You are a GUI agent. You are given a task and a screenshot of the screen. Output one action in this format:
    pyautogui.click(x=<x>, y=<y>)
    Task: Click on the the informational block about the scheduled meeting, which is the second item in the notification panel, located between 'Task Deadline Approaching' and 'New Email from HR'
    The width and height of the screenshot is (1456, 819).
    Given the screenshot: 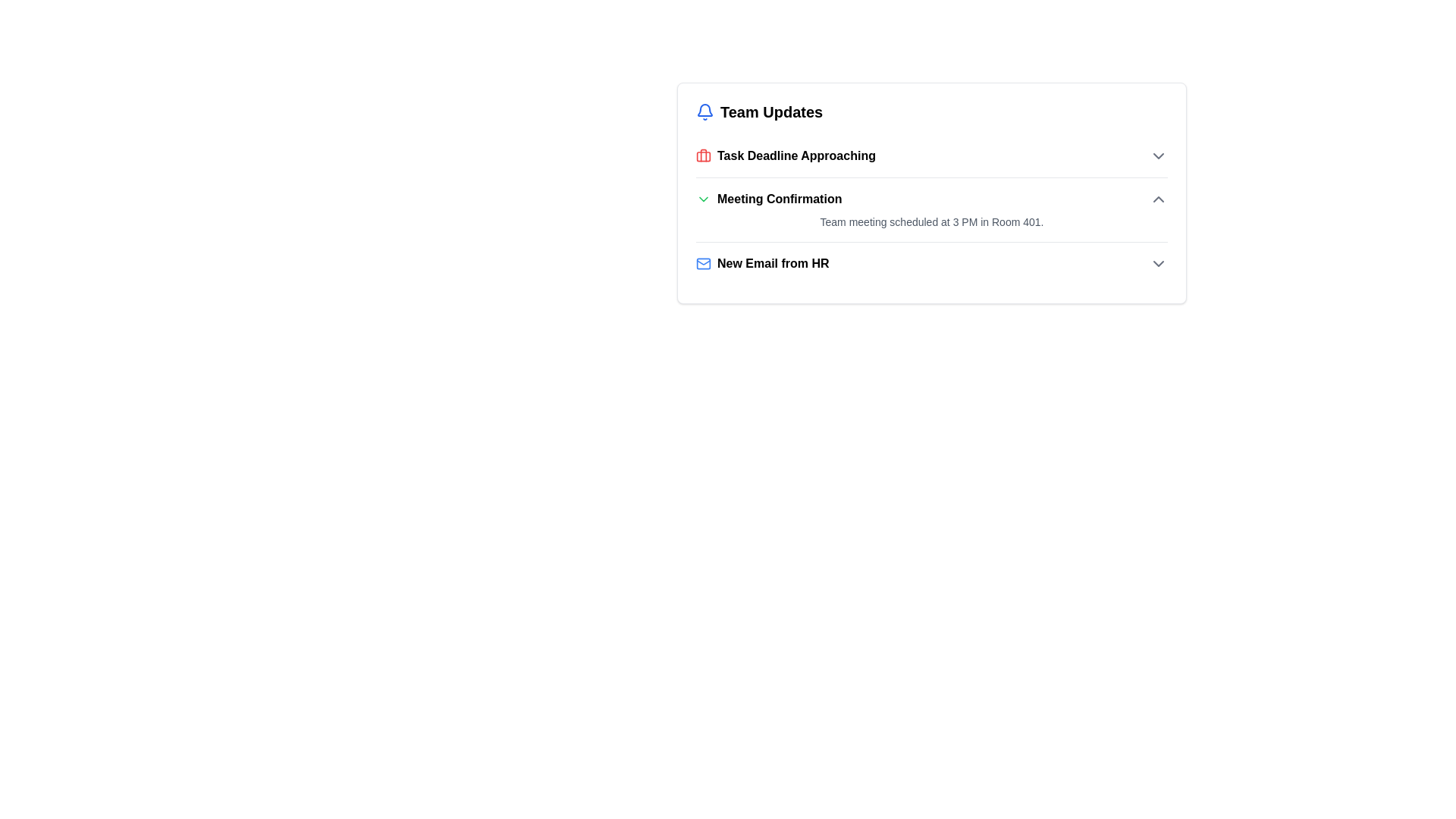 What is the action you would take?
    pyautogui.click(x=930, y=209)
    